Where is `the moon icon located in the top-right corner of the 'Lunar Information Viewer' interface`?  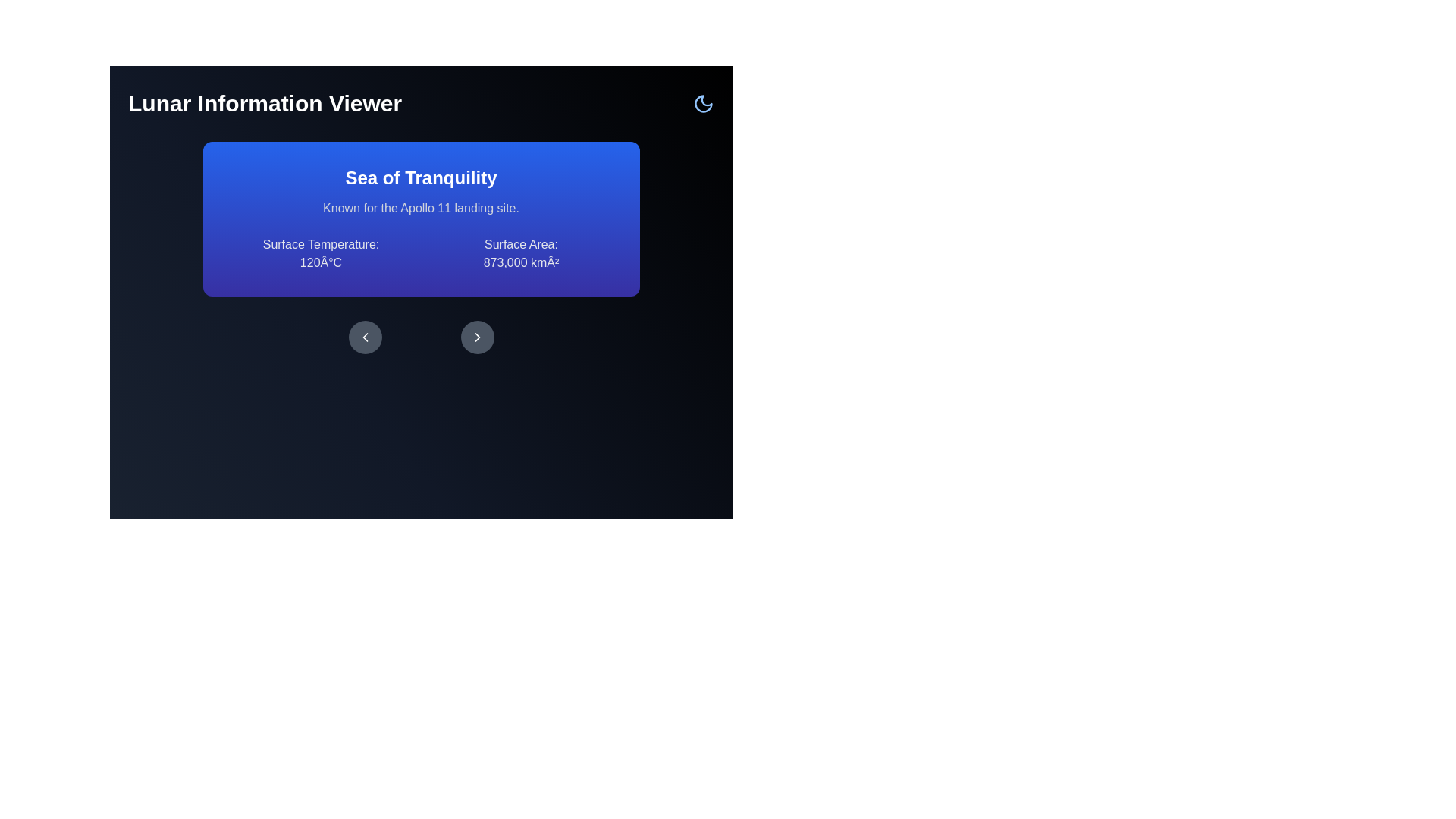
the moon icon located in the top-right corner of the 'Lunar Information Viewer' interface is located at coordinates (702, 103).